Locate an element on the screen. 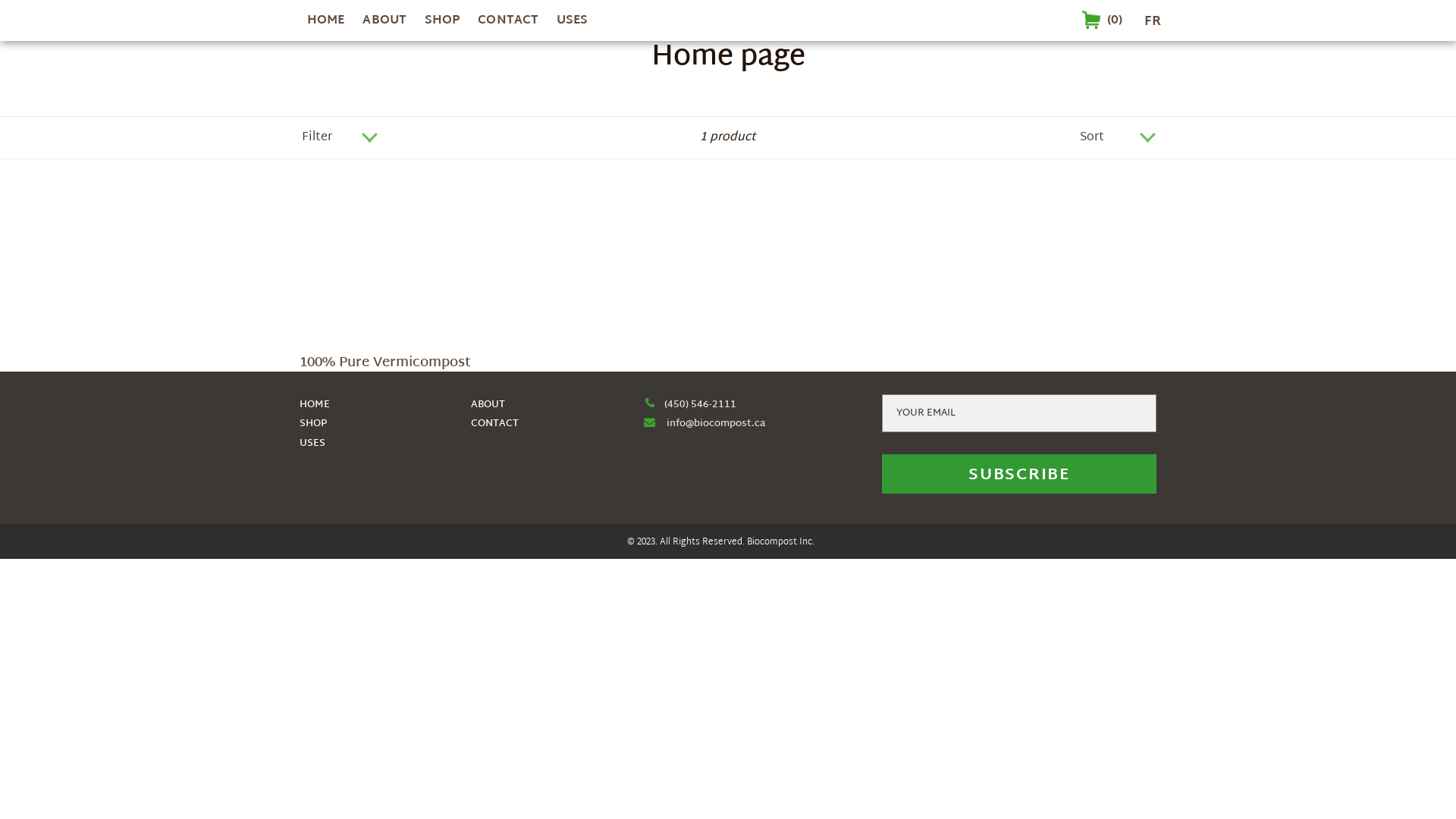  'Biocompost' is located at coordinates (745, 541).